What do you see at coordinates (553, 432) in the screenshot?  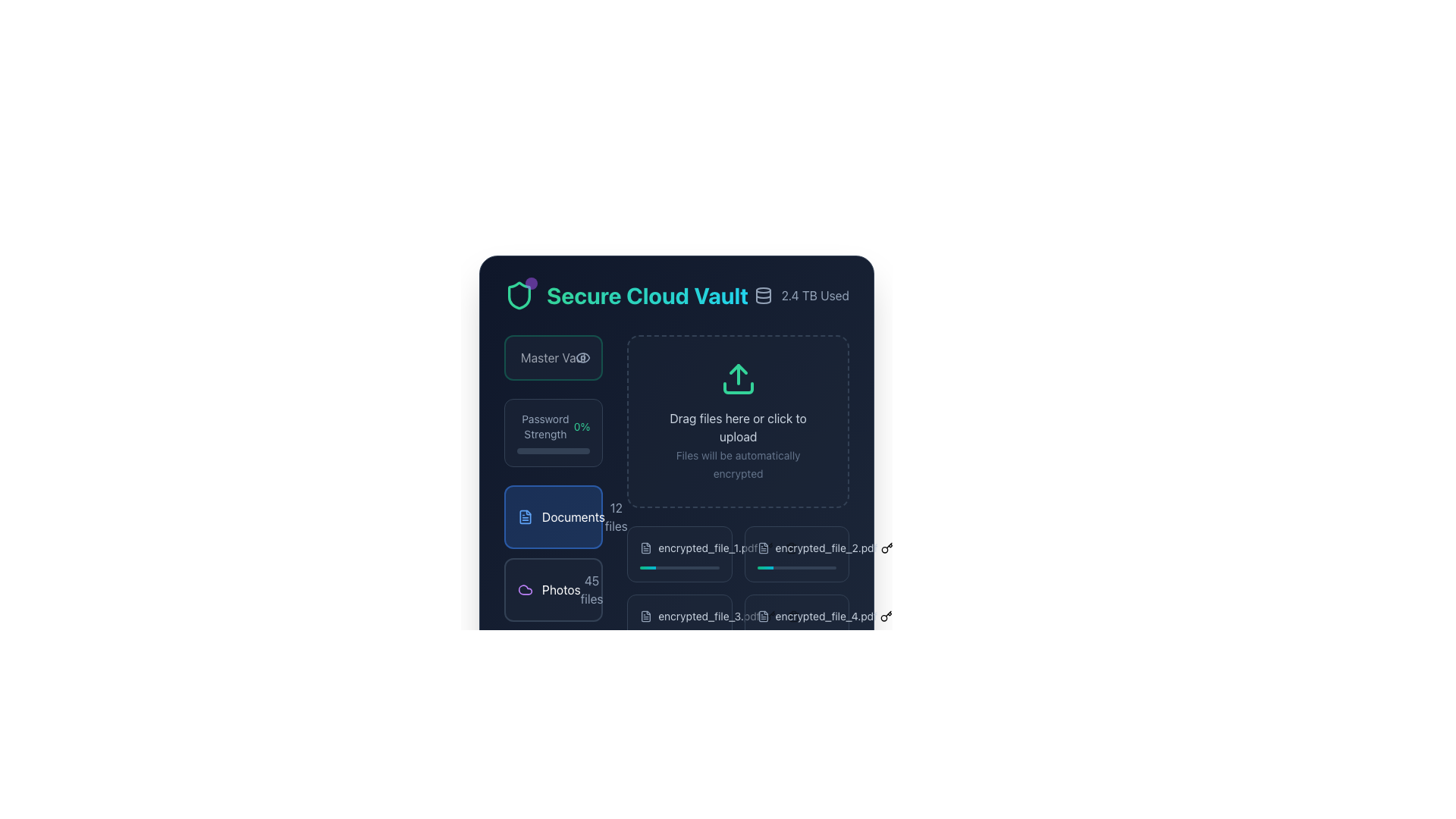 I see `text content of the Progress Indicator that displays the strength of a password as a percentage, located above the 'Documents' section` at bounding box center [553, 432].